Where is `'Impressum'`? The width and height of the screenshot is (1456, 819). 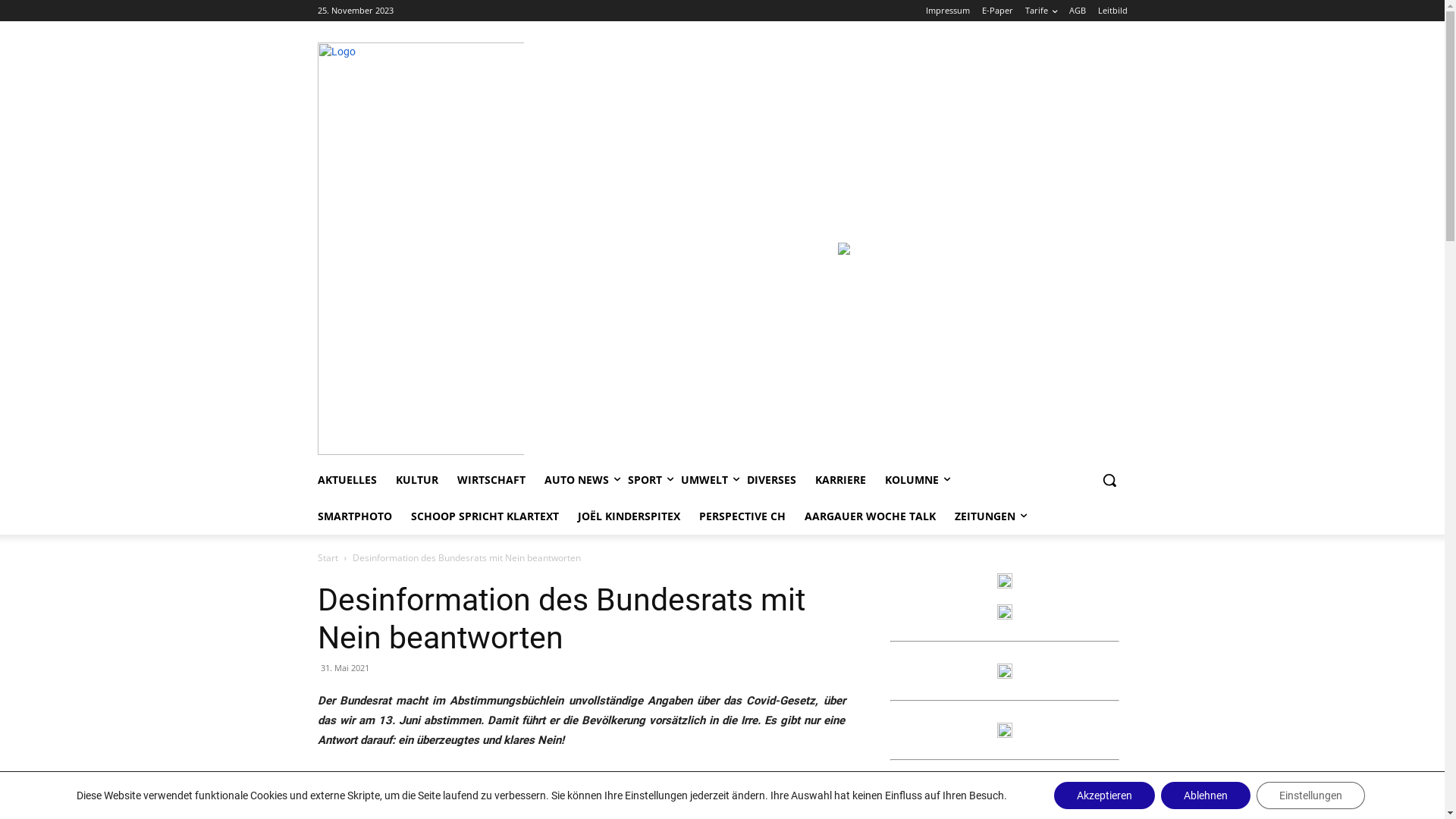 'Impressum' is located at coordinates (946, 11).